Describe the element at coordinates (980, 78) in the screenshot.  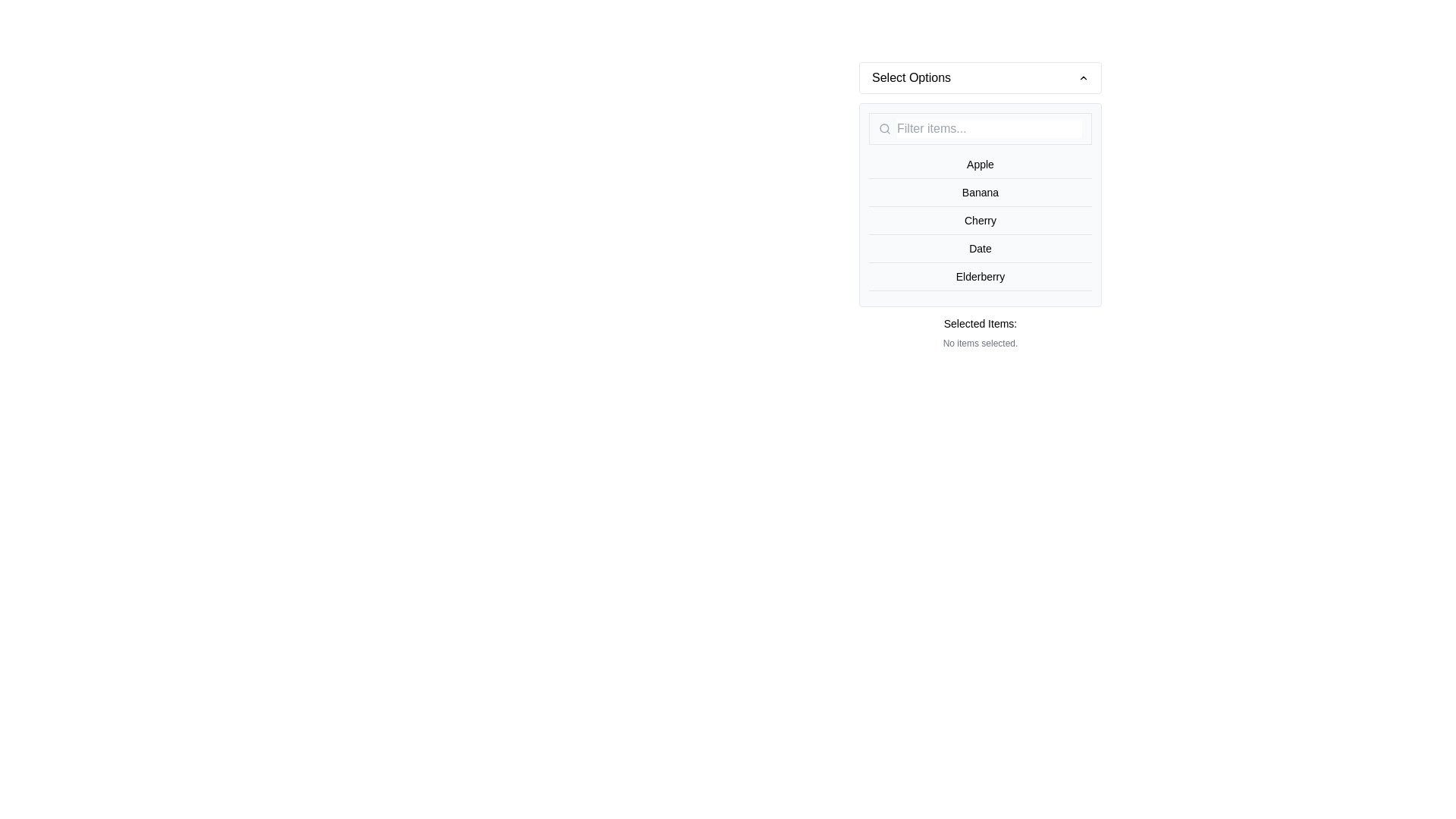
I see `the dropdown menu labeled 'Select Options' for accessibility navigation by moving the cursor to its center point` at that location.